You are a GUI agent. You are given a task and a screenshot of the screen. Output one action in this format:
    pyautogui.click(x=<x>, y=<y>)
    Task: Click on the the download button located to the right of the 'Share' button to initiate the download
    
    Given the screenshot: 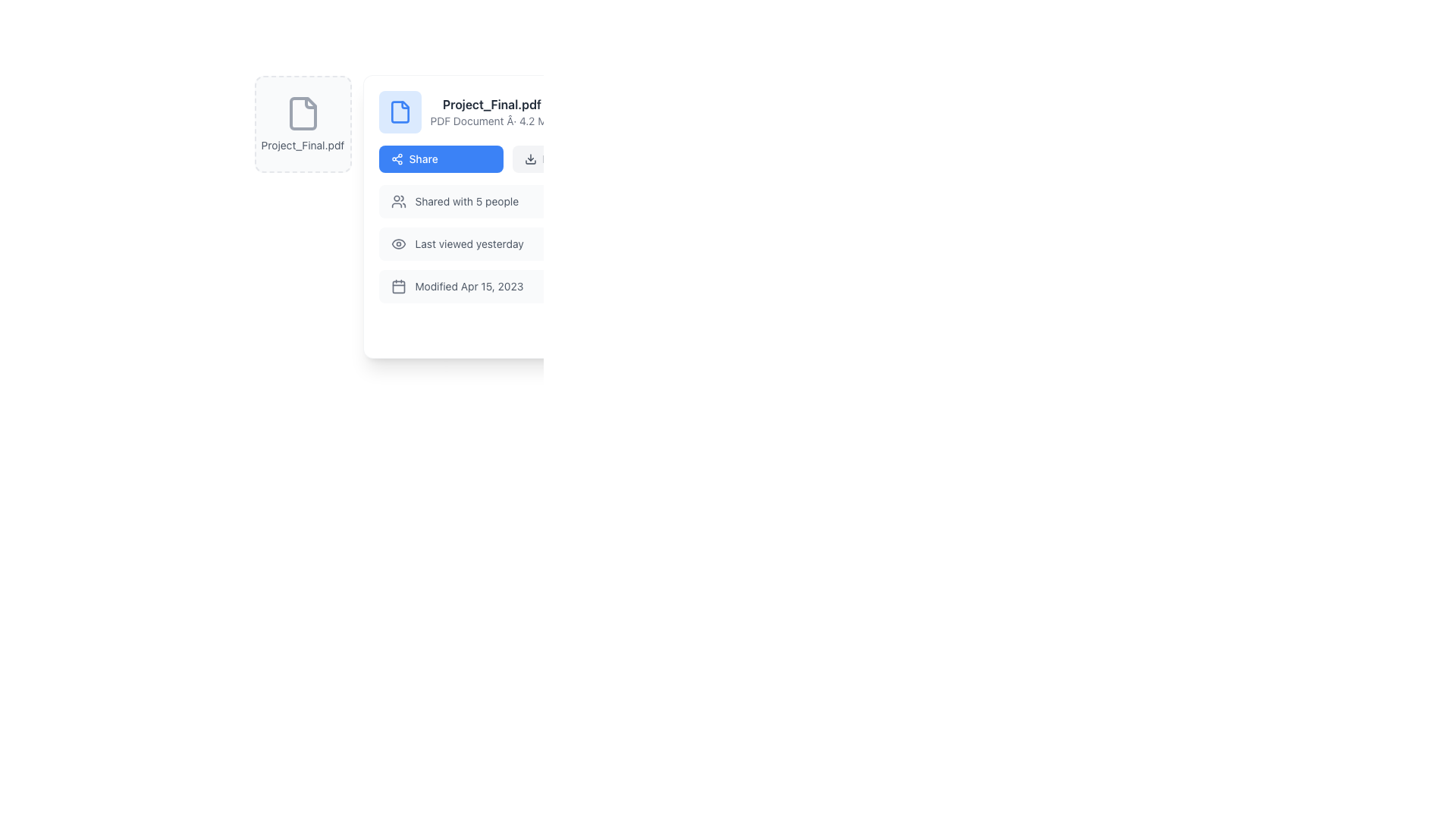 What is the action you would take?
    pyautogui.click(x=573, y=158)
    